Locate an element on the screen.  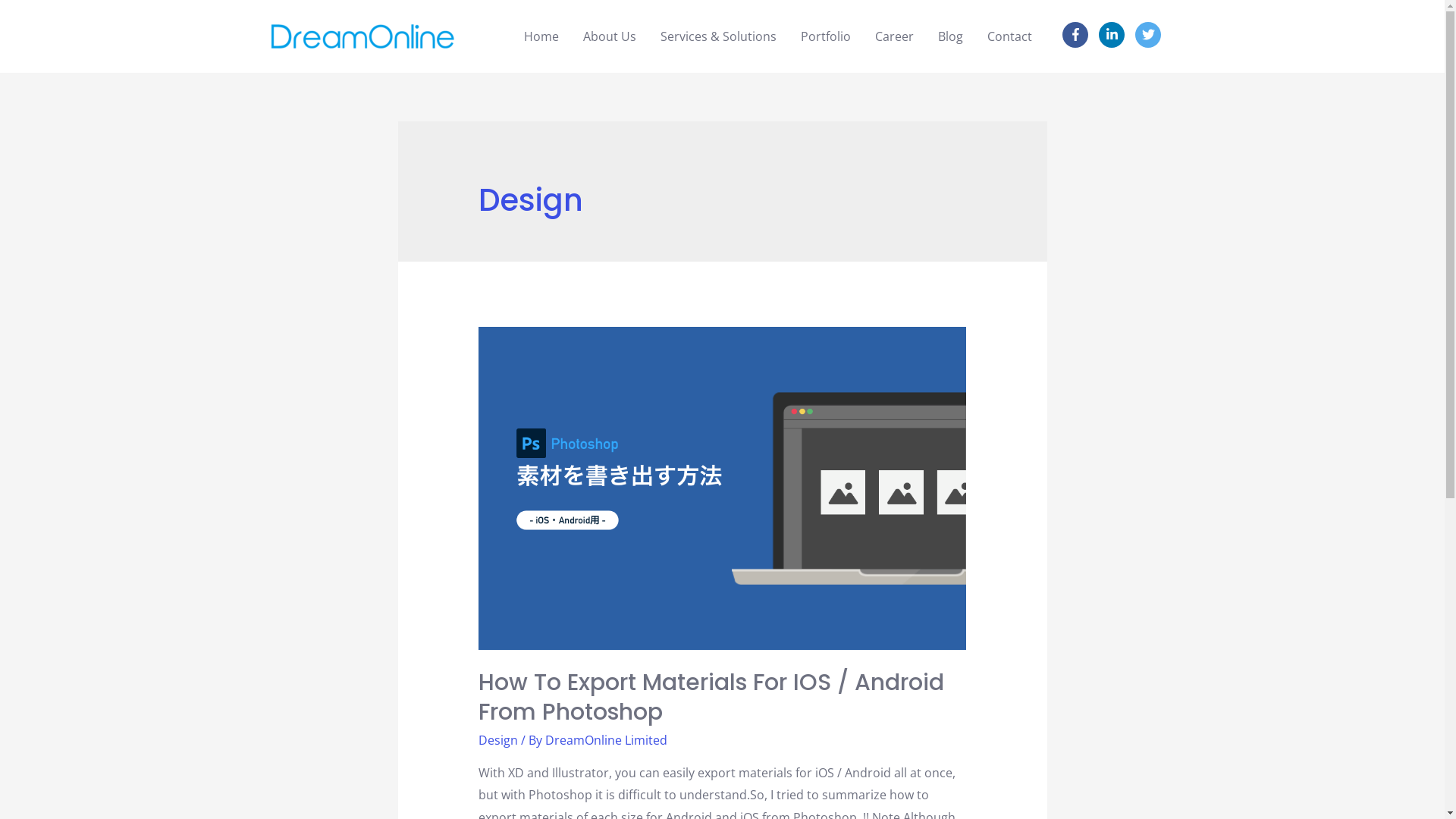
'Services & Solutions' is located at coordinates (717, 35).